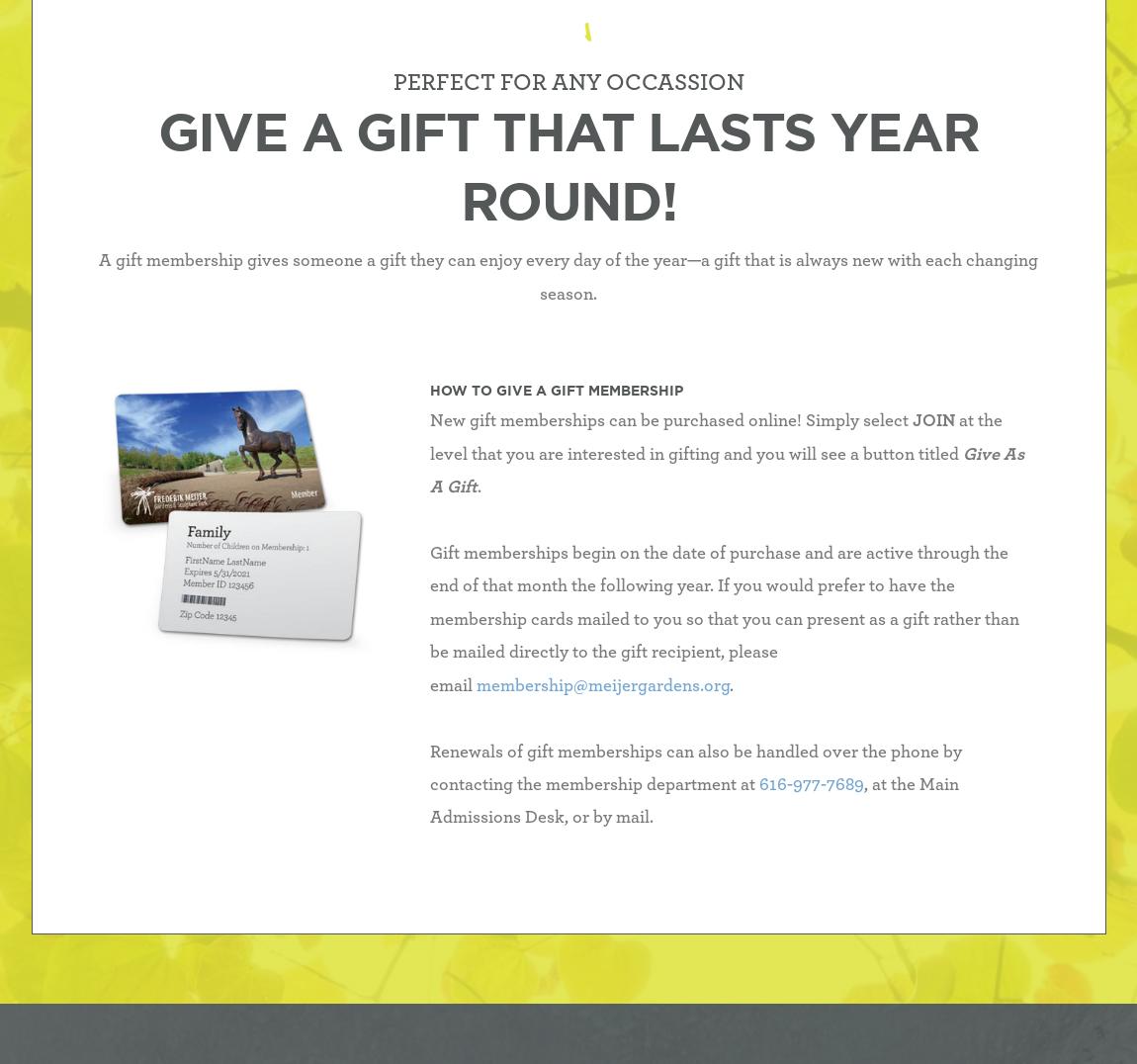 This screenshot has width=1137, height=1064. Describe the element at coordinates (568, 276) in the screenshot. I see `'A gift membership gives someone a gift they can enjoy every day of the year—a gift that is always new with each changing season.'` at that location.